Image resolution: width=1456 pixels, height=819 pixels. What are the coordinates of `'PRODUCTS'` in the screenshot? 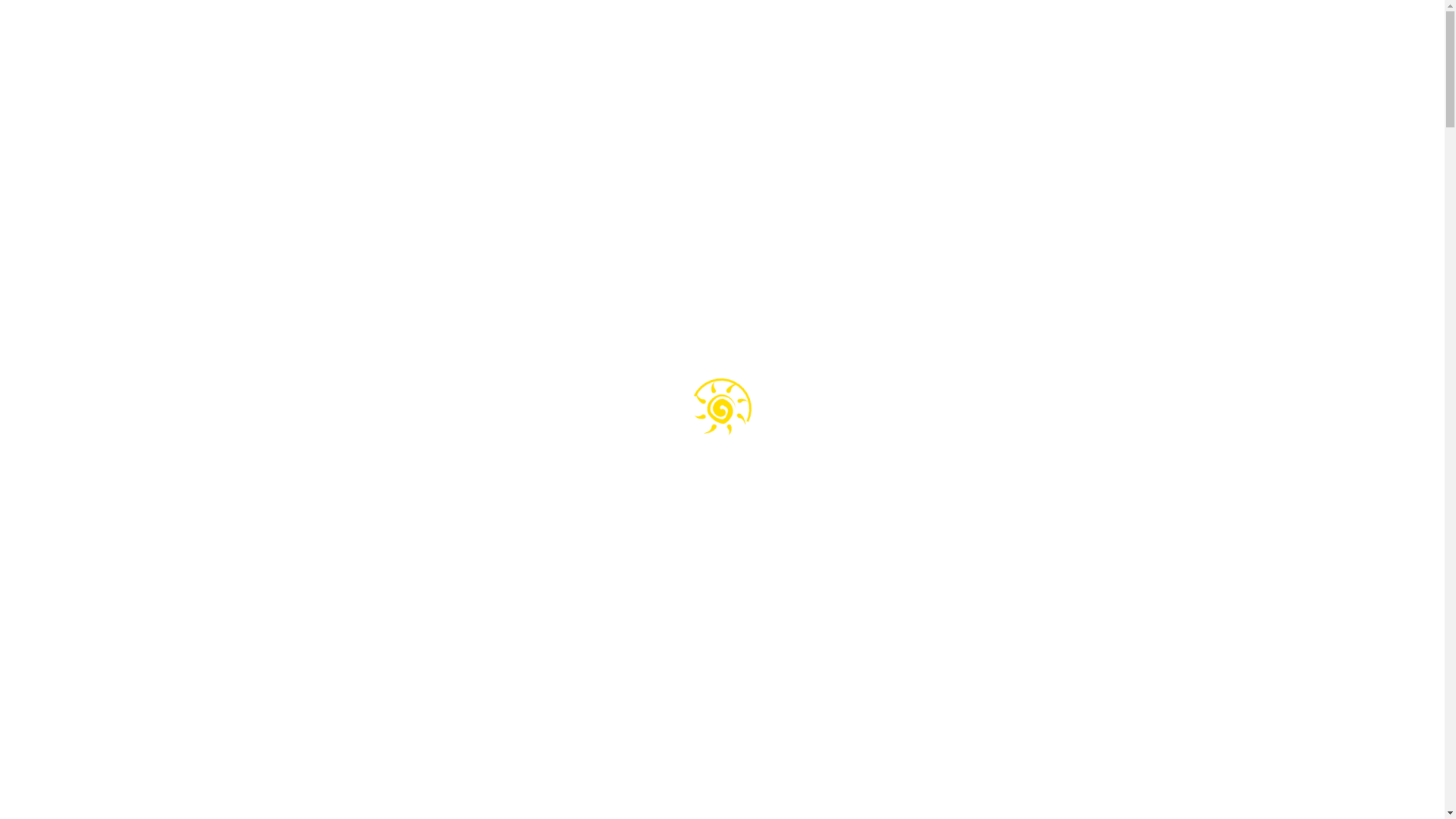 It's located at (814, 42).